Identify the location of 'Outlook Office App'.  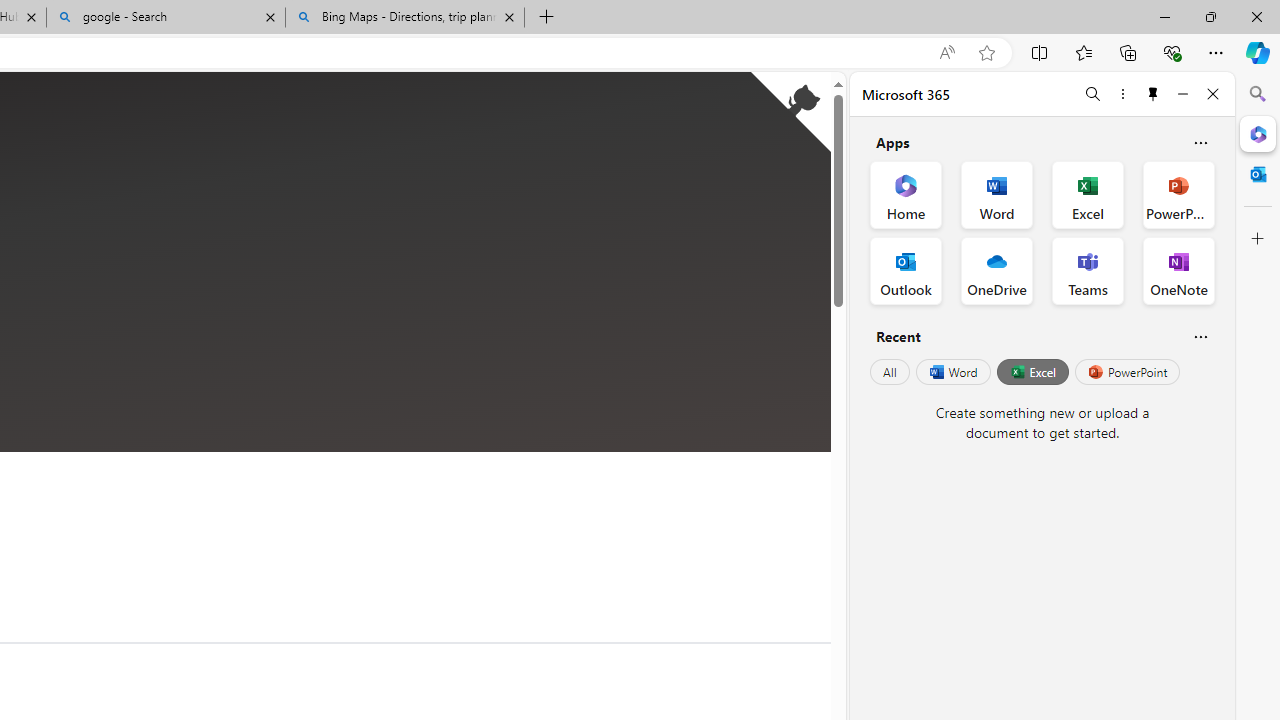
(905, 271).